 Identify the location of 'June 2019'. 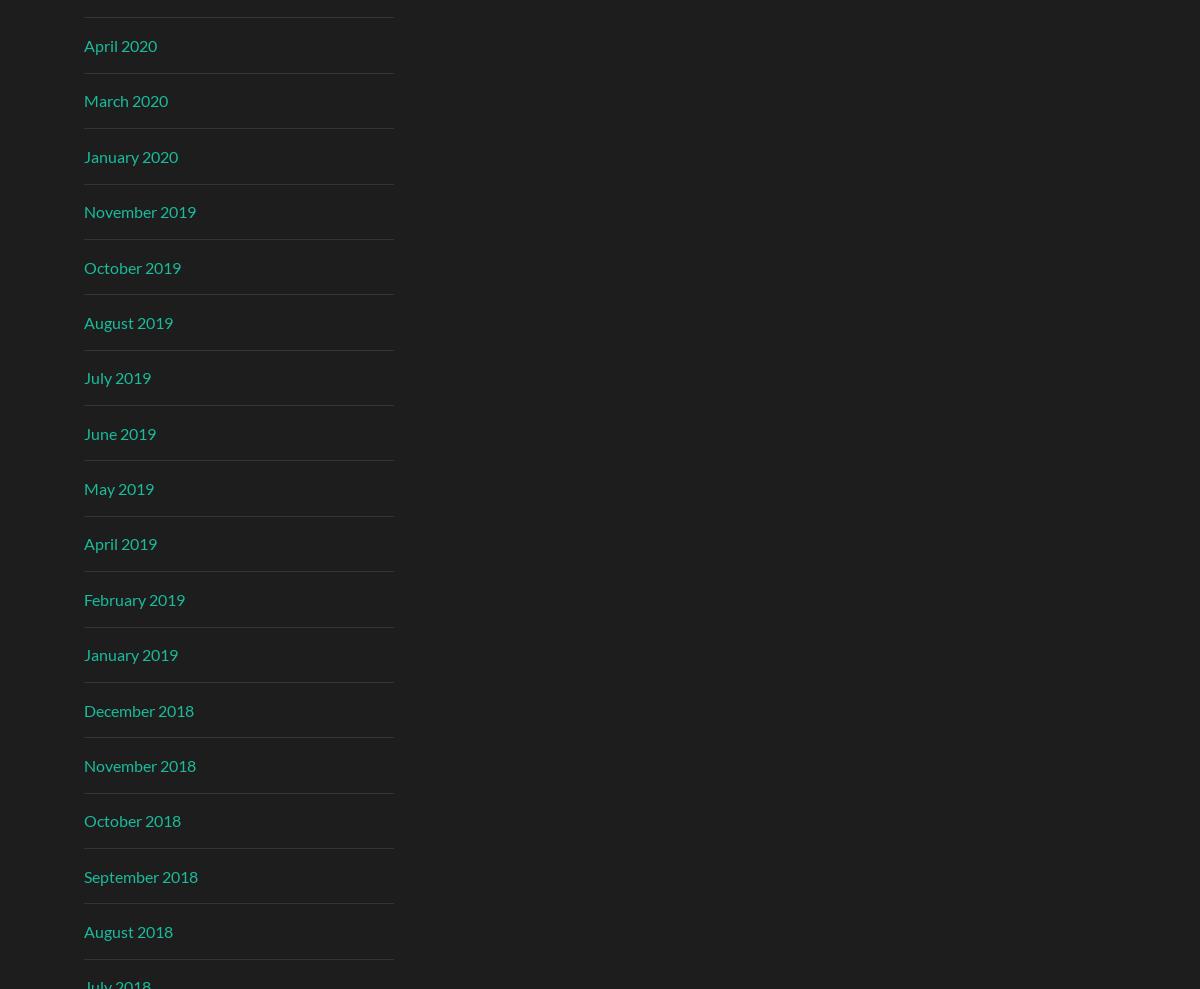
(120, 432).